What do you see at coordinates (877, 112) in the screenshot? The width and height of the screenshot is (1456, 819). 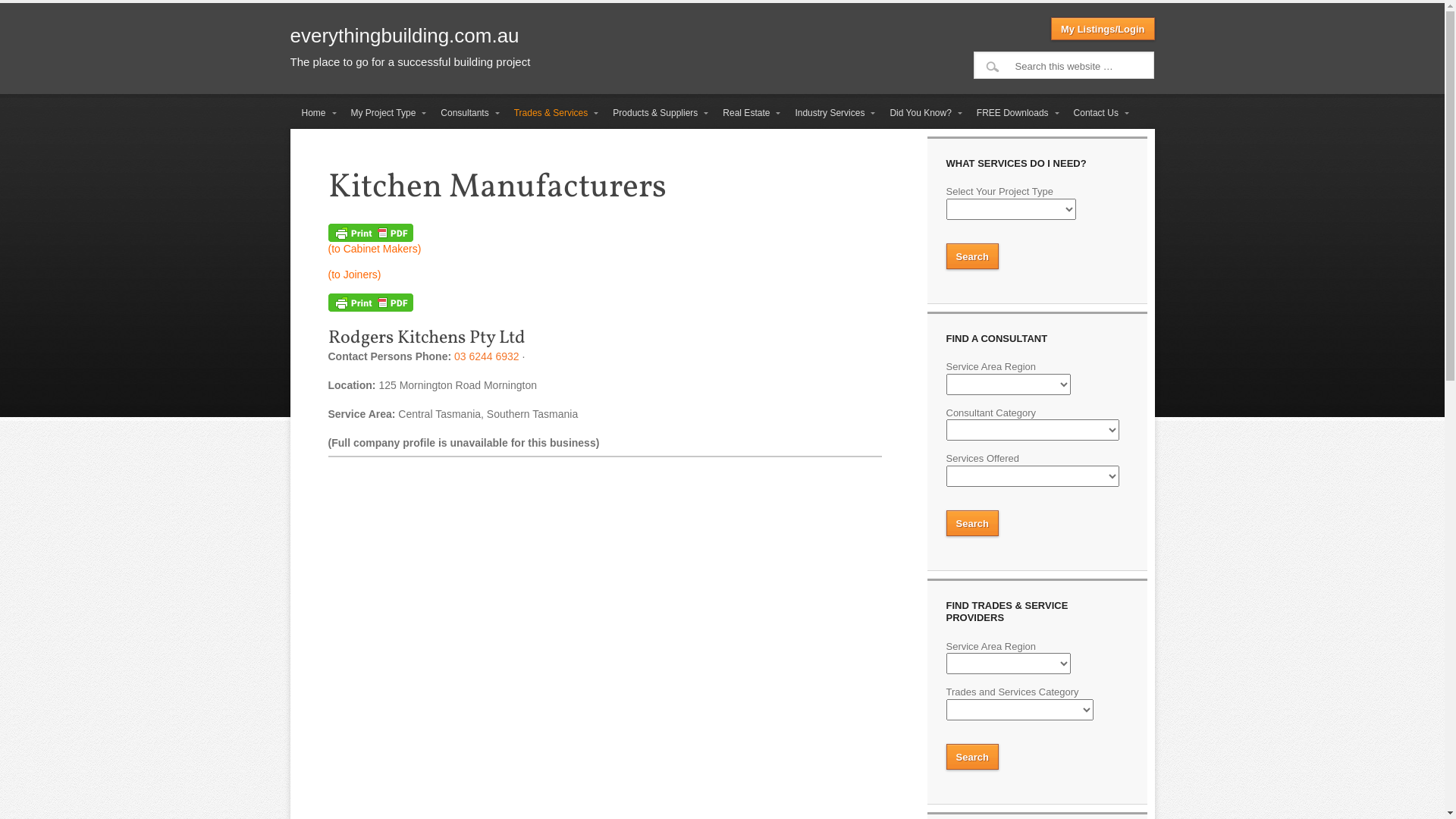 I see `'Did You Know?'` at bounding box center [877, 112].